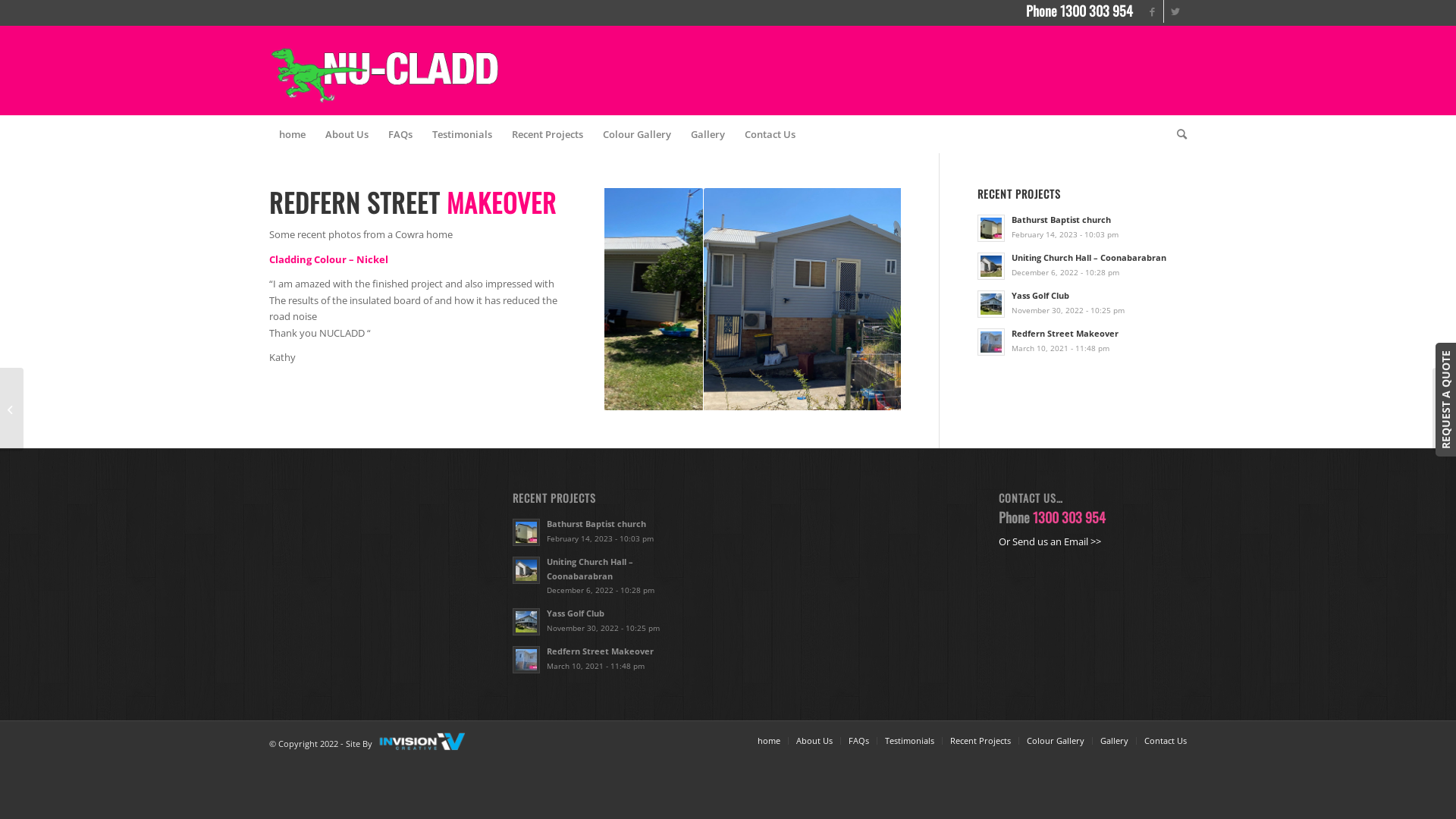 The height and width of the screenshot is (819, 1456). What do you see at coordinates (400, 133) in the screenshot?
I see `'FAQs'` at bounding box center [400, 133].